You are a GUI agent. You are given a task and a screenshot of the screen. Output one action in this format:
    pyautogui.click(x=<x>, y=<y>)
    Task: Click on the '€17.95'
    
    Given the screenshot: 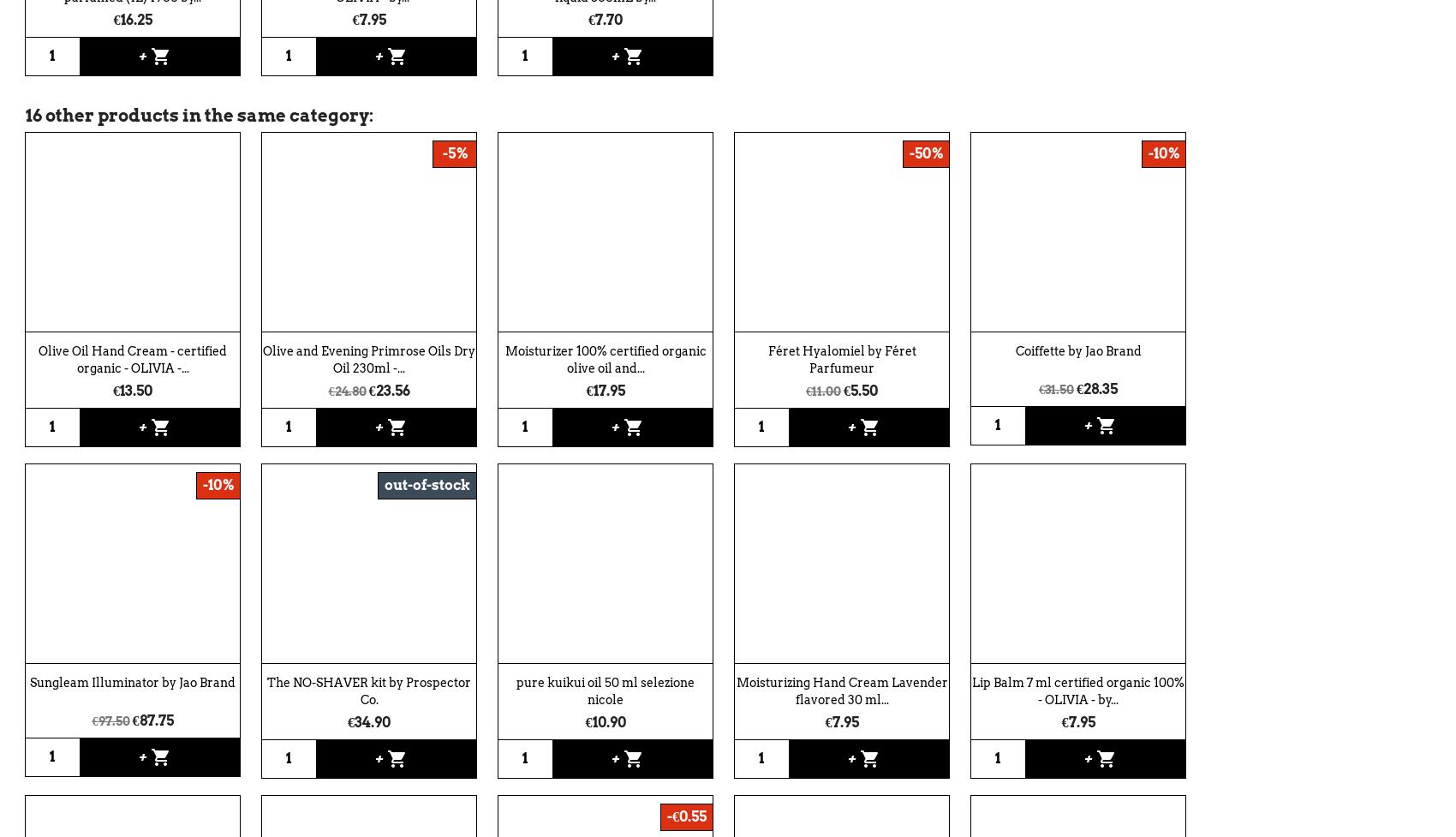 What is the action you would take?
    pyautogui.click(x=605, y=390)
    